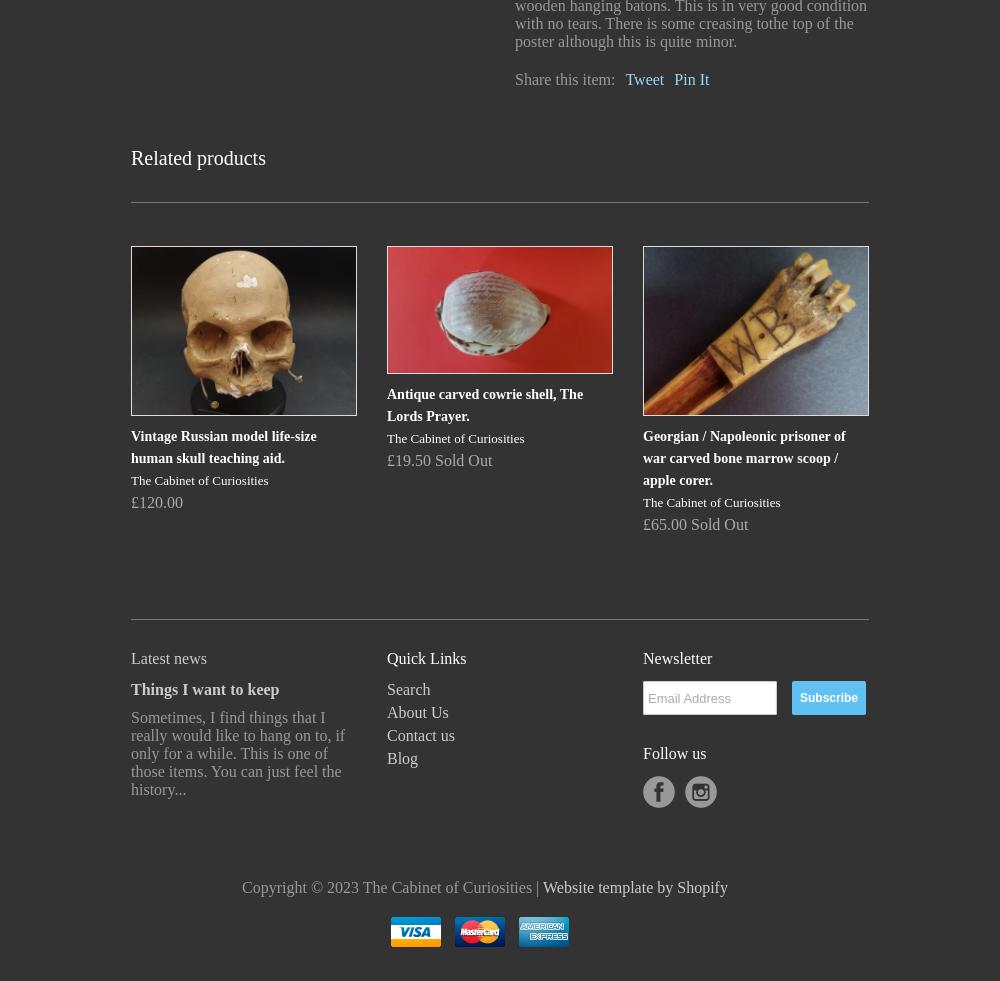  What do you see at coordinates (644, 78) in the screenshot?
I see `'Tweet'` at bounding box center [644, 78].